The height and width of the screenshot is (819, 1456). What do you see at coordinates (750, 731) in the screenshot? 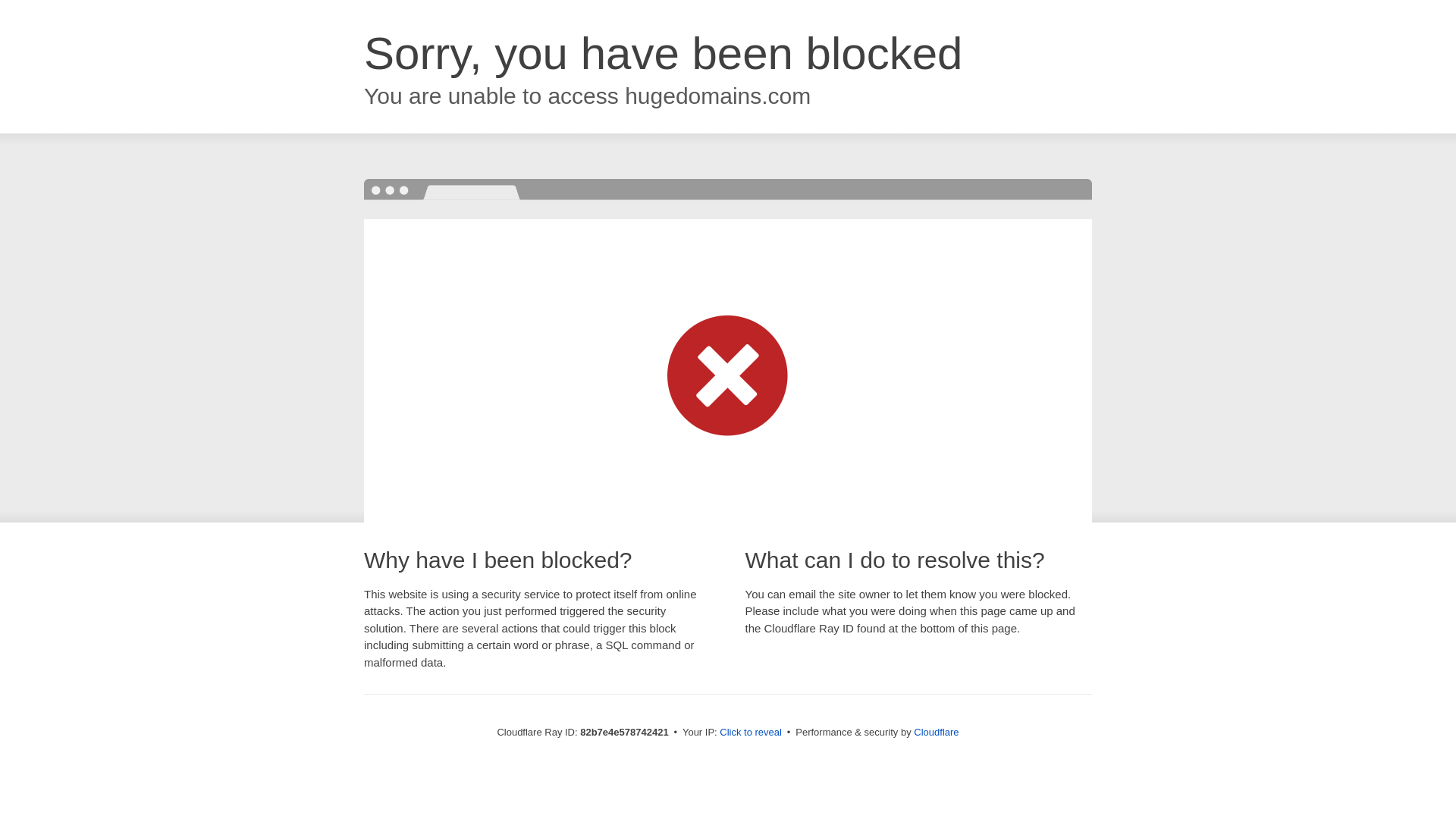
I see `'Click to reveal'` at bounding box center [750, 731].